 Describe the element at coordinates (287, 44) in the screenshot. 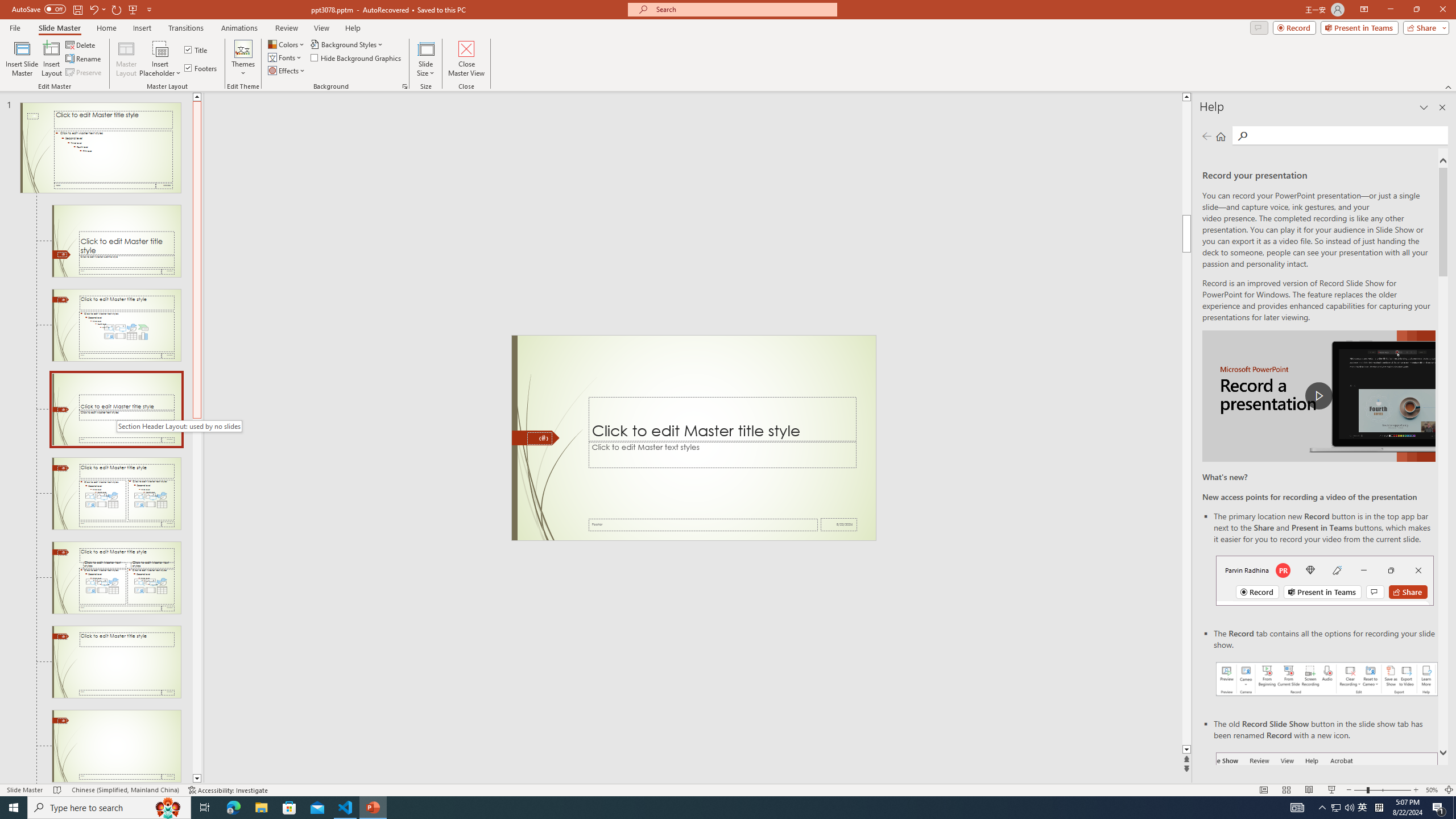

I see `'Colors'` at that location.